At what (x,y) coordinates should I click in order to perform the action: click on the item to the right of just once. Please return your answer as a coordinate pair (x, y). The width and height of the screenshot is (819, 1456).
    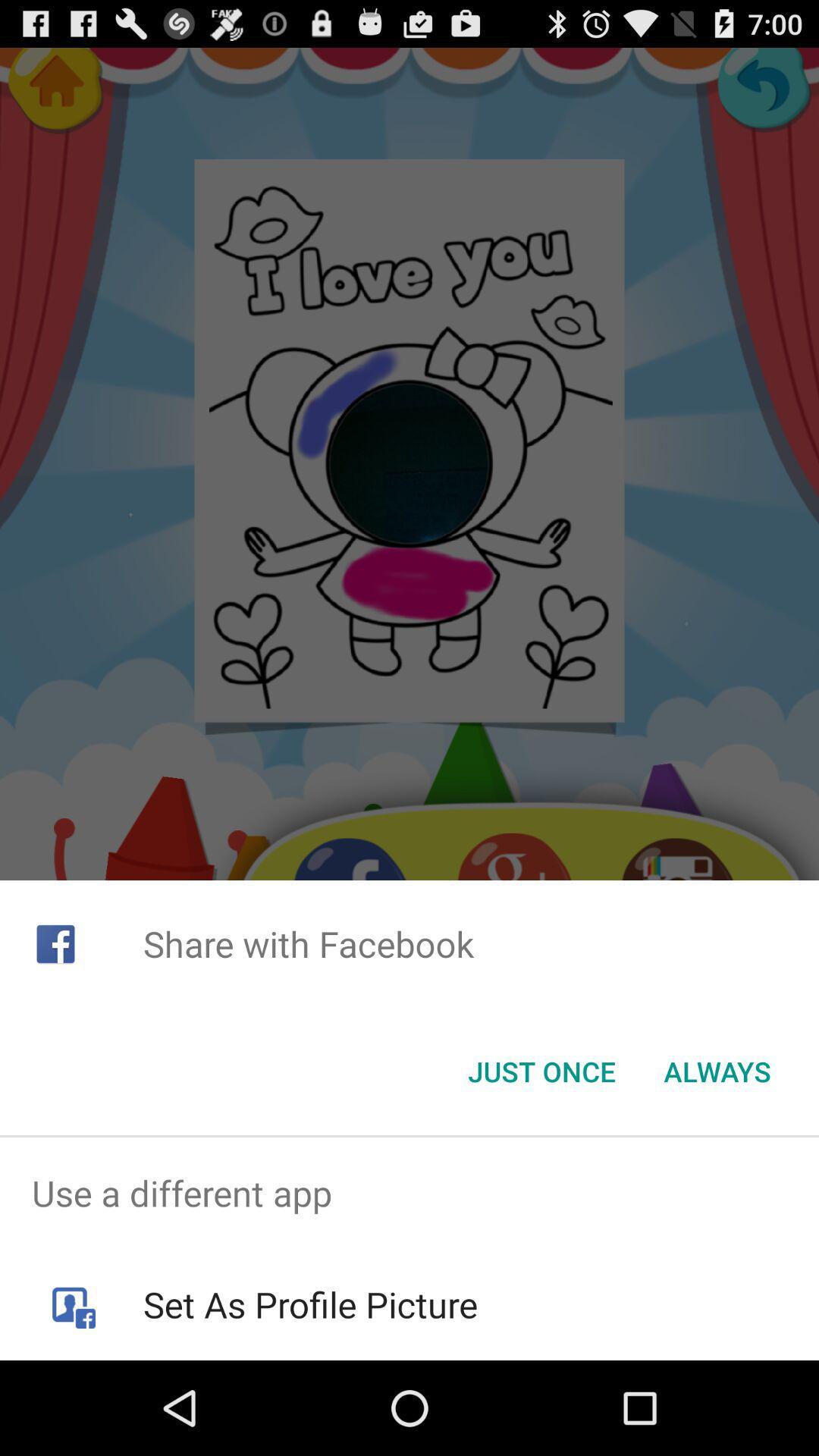
    Looking at the image, I should click on (717, 1070).